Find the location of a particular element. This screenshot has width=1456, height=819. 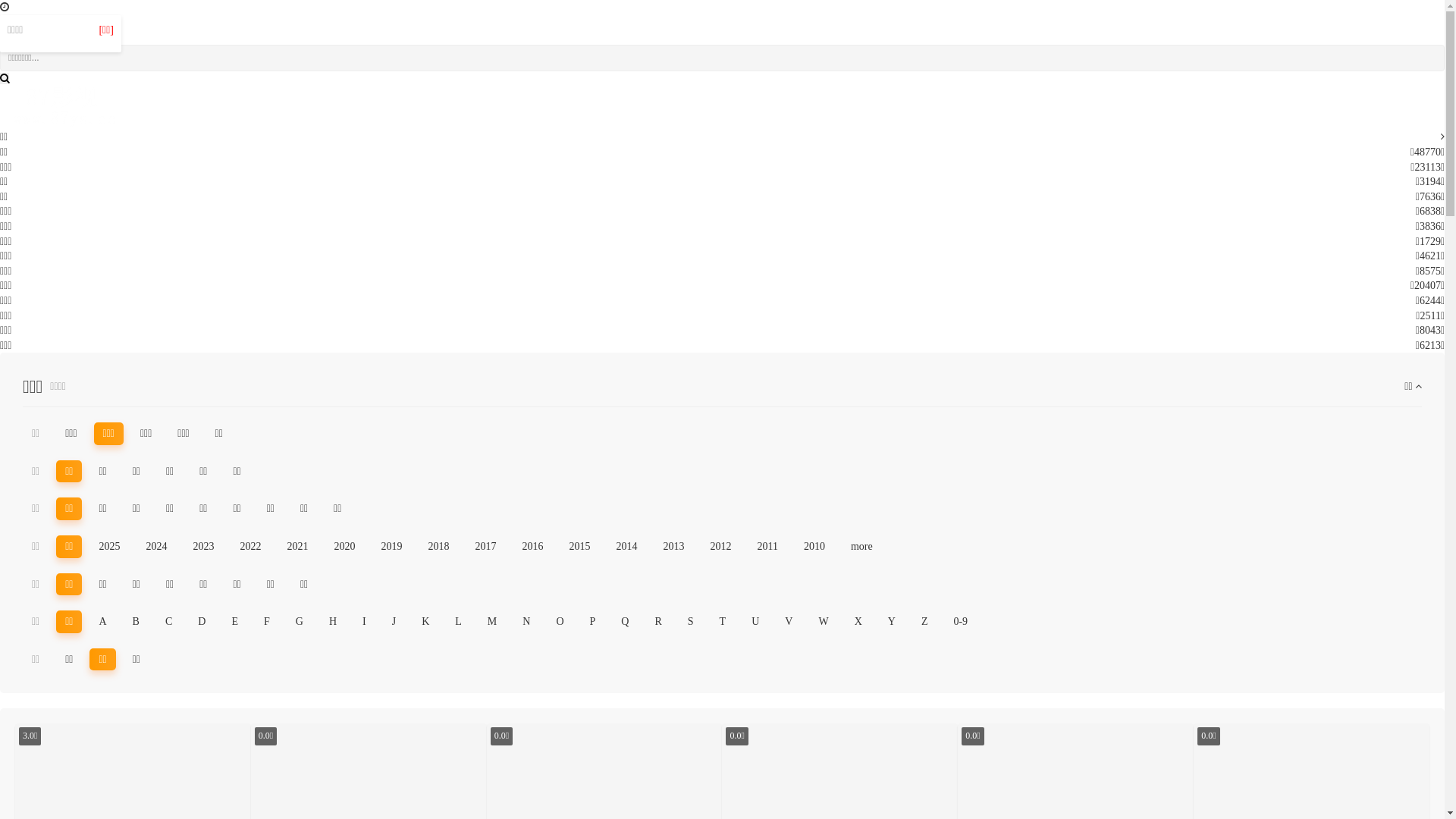

'2024' is located at coordinates (156, 547).